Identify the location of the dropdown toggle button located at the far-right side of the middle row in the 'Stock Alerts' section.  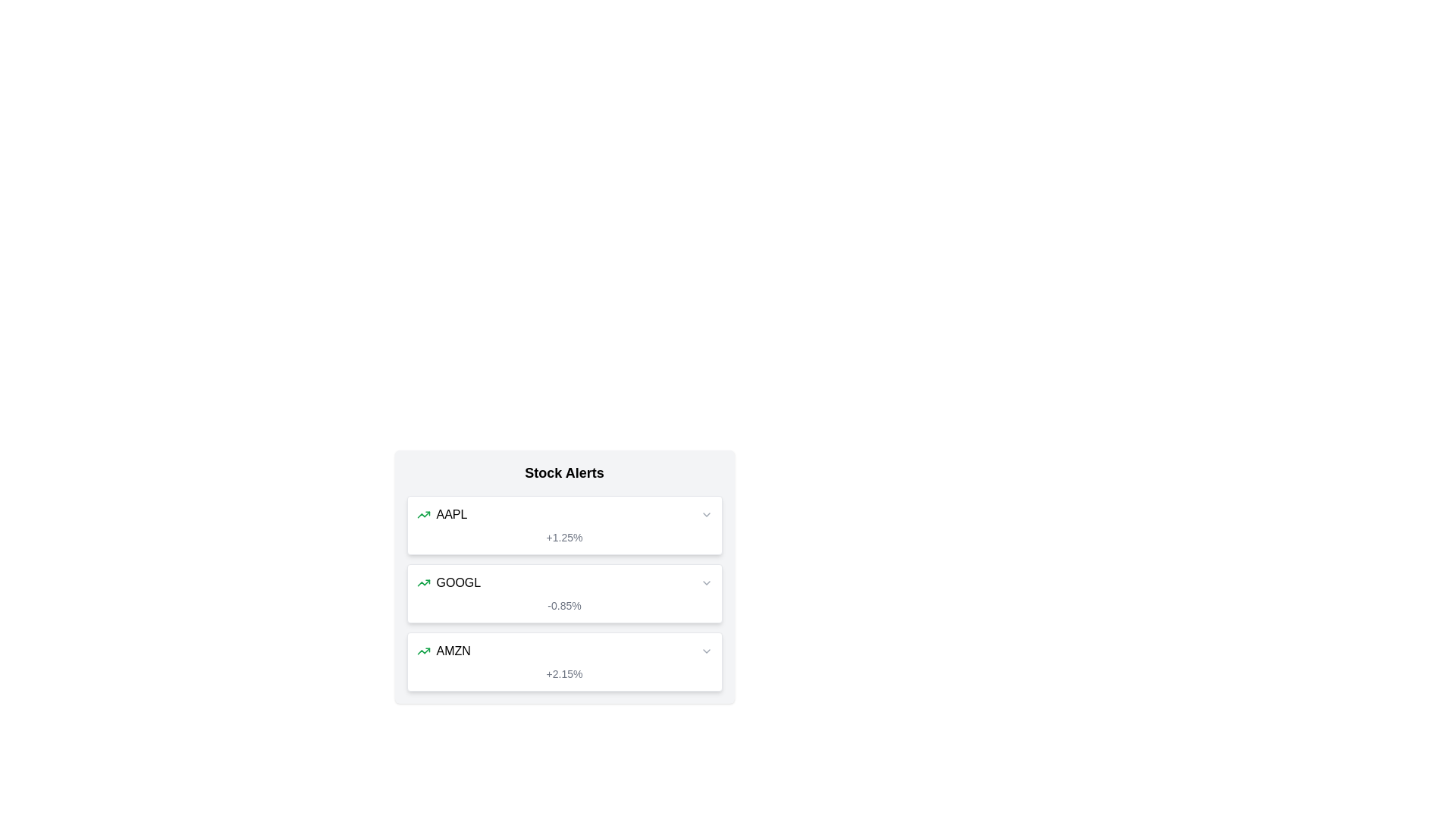
(705, 582).